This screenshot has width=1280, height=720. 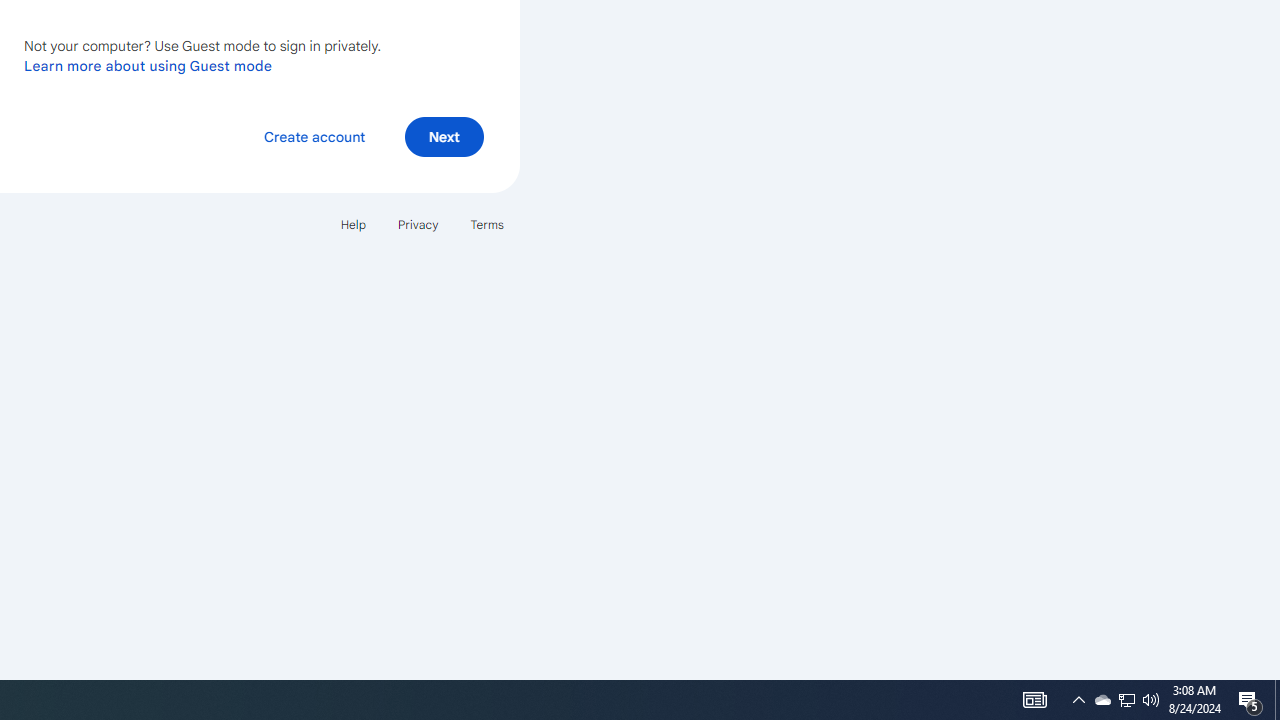 What do you see at coordinates (416, 224) in the screenshot?
I see `'Privacy'` at bounding box center [416, 224].